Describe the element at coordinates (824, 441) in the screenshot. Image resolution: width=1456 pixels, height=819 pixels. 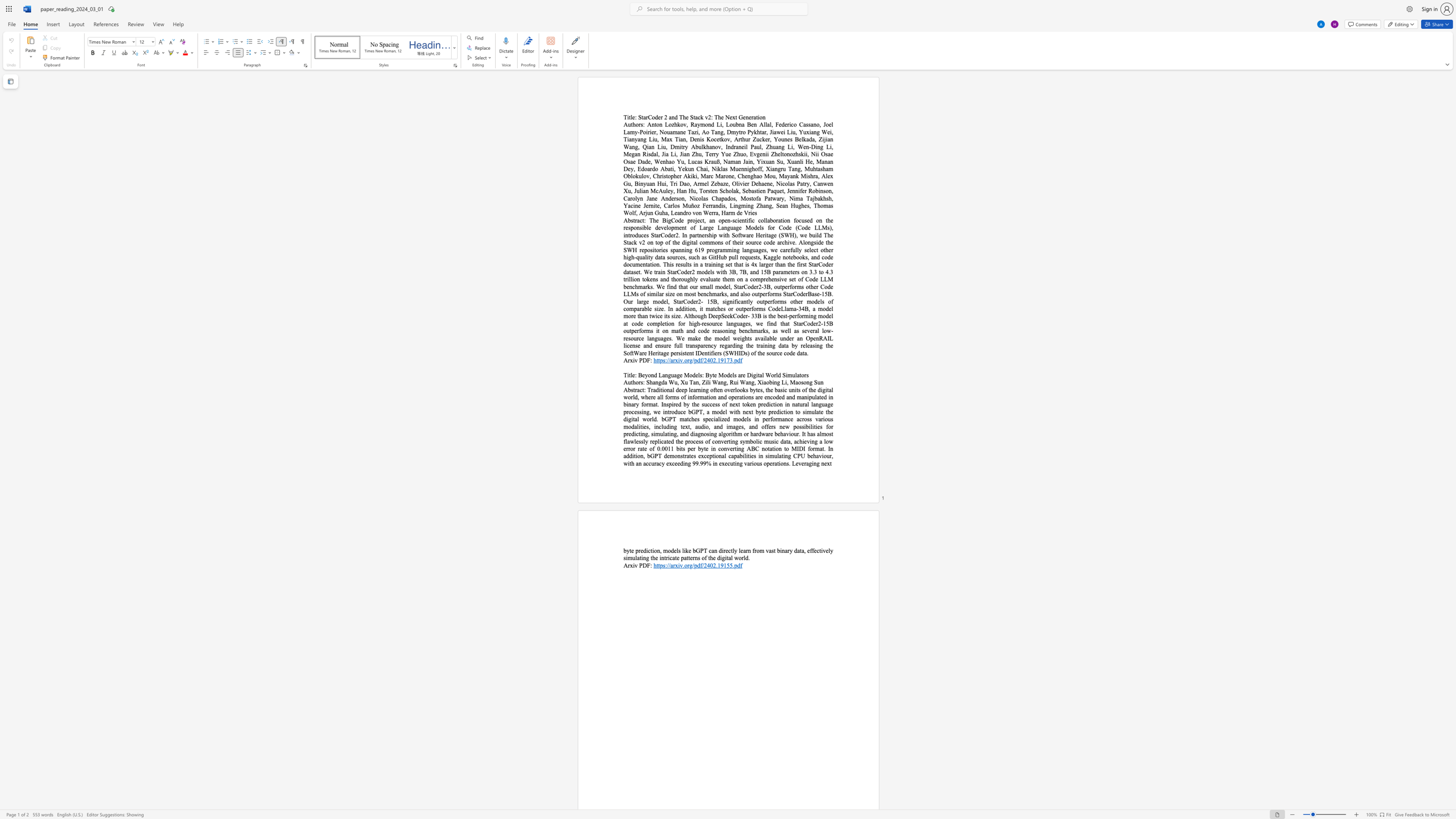
I see `the subset text "low error rate of 0.0011 bits per byte in converting ABC notation to MIDI format. In addition, bGPT demonstrates exceptional capabilities in simulati" within the text "replicated the process of converting symbolic music data, achieving a low error rate of 0.0011 bits per byte in converting ABC notation to MIDI format. In addition, bGPT demonstrates exceptional capabilities in simulating CPU behaviour, with an accuracy exceeding 99.99% in executing various operations. Leveraging next"` at that location.